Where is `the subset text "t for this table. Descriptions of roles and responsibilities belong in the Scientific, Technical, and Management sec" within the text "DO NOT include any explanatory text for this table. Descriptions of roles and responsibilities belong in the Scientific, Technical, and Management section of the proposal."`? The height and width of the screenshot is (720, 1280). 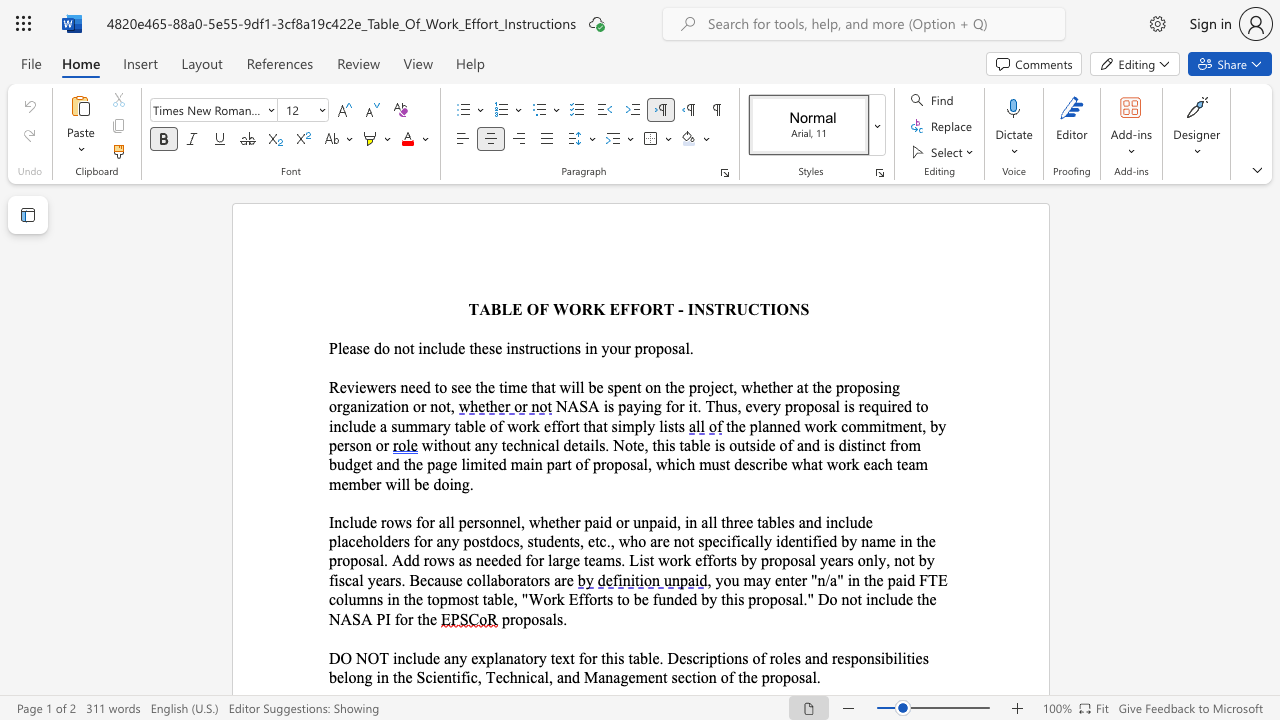
the subset text "t for this table. Descriptions of roles and responsibilities belong in the Scientific, Technical, and Management sec" within the text "DO NOT include any explanatory text for this table. Descriptions of roles and responsibilities belong in the Scientific, Technical, and Management section of the proposal." is located at coordinates (569, 658).